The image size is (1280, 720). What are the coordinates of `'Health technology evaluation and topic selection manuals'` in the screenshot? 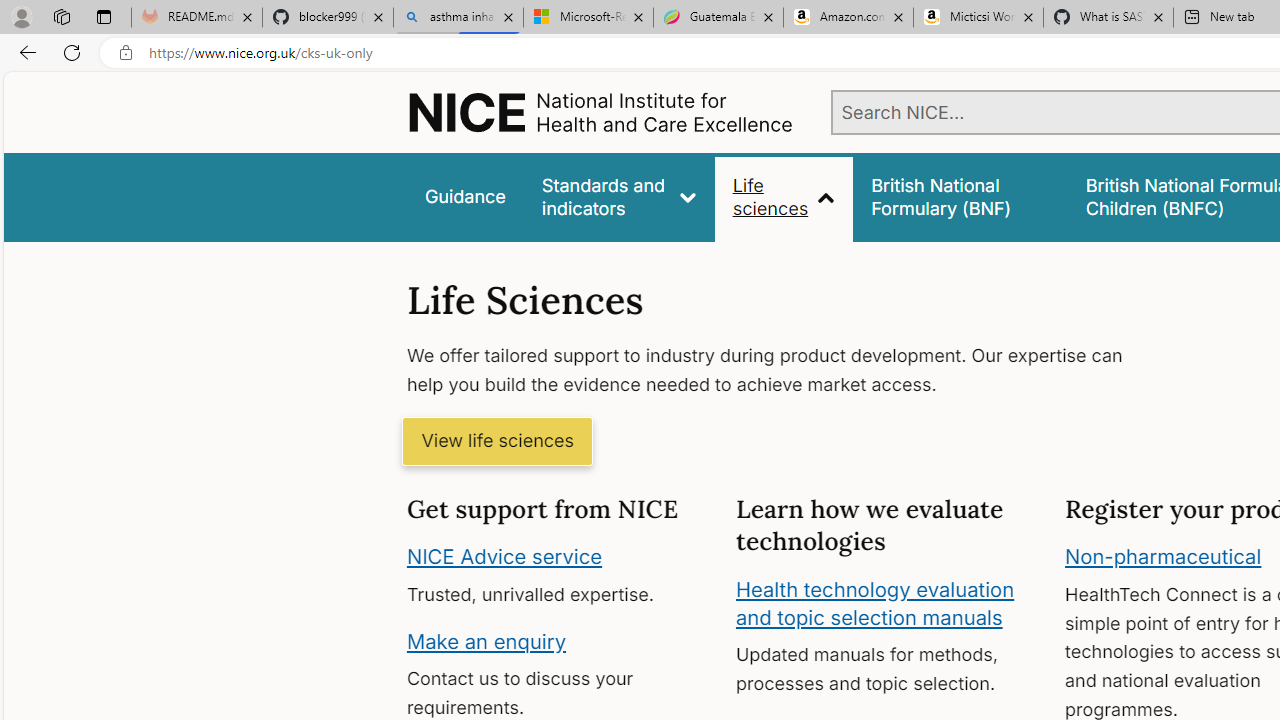 It's located at (874, 602).